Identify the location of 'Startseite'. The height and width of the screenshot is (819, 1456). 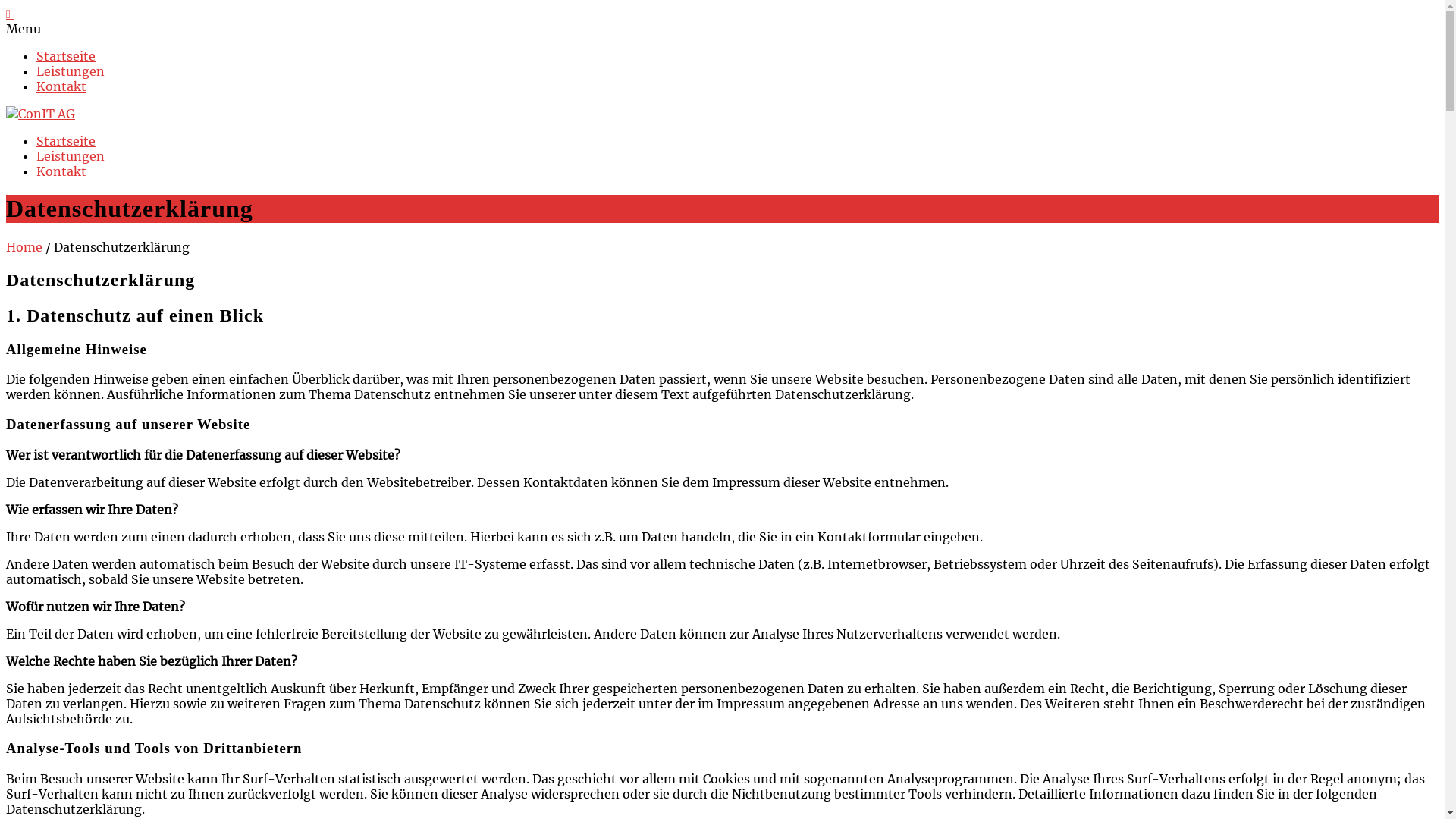
(64, 55).